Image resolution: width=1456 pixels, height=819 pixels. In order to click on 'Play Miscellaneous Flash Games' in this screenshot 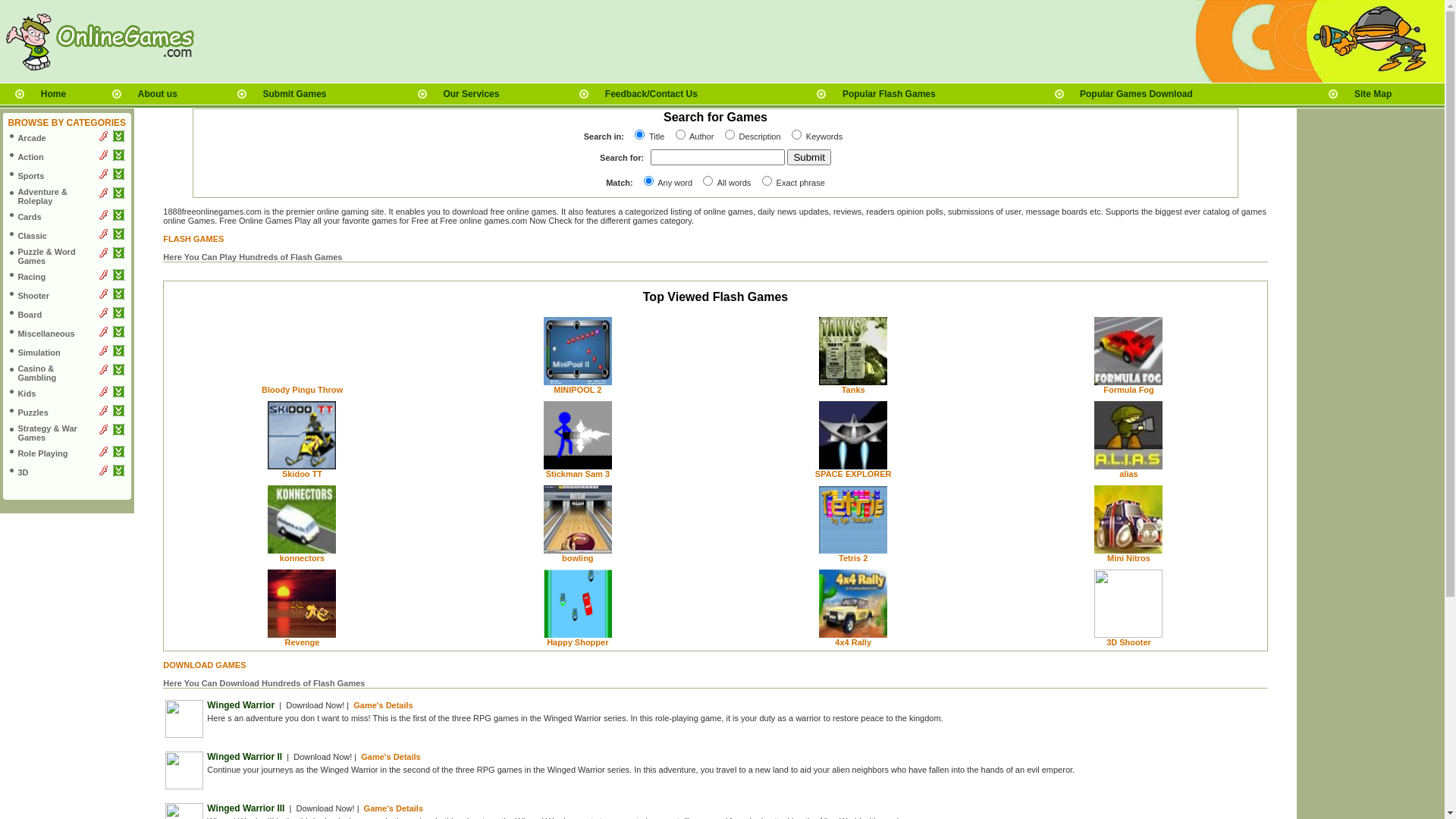, I will do `click(102, 333)`.